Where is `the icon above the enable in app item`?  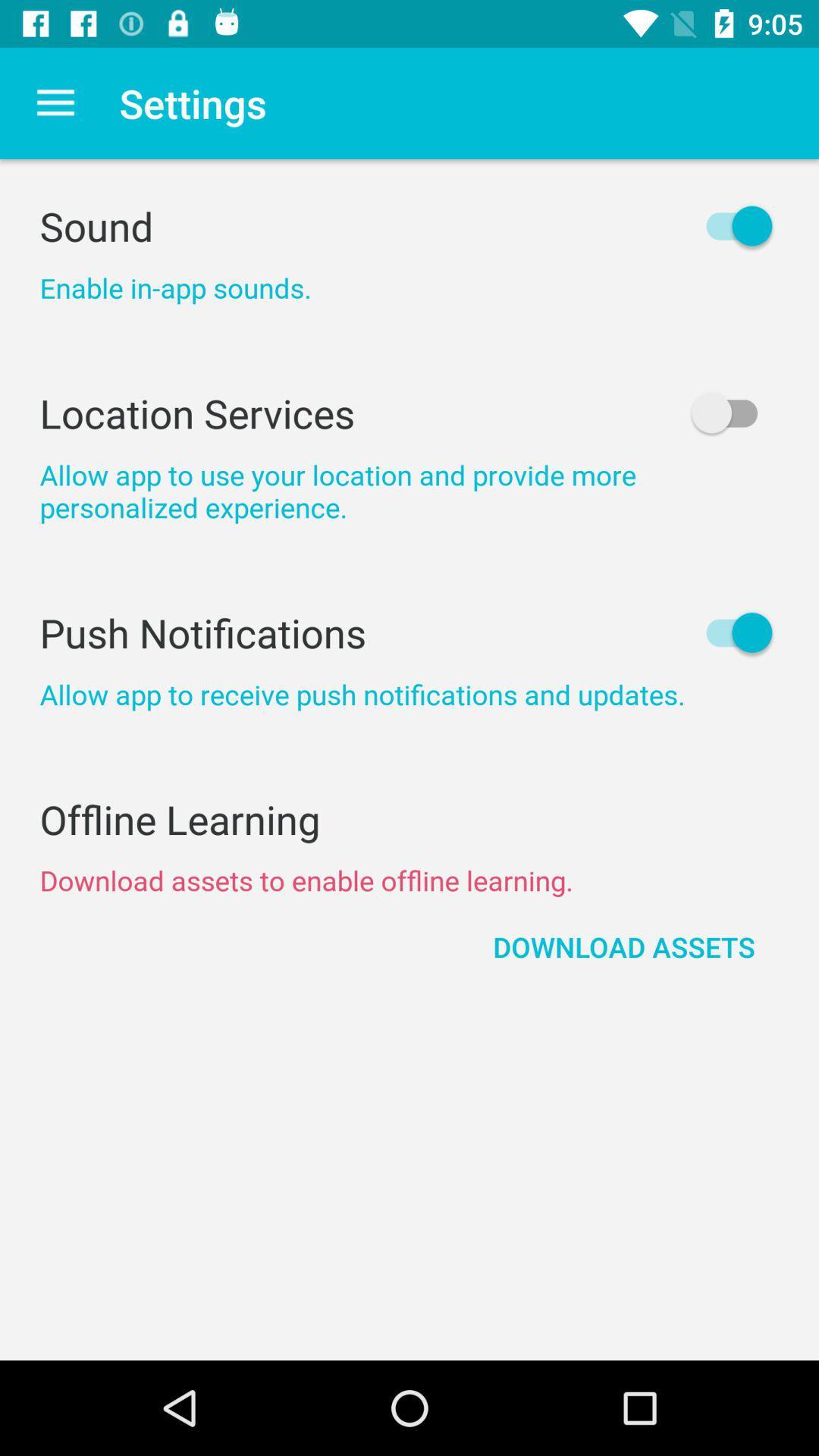 the icon above the enable in app item is located at coordinates (409, 225).